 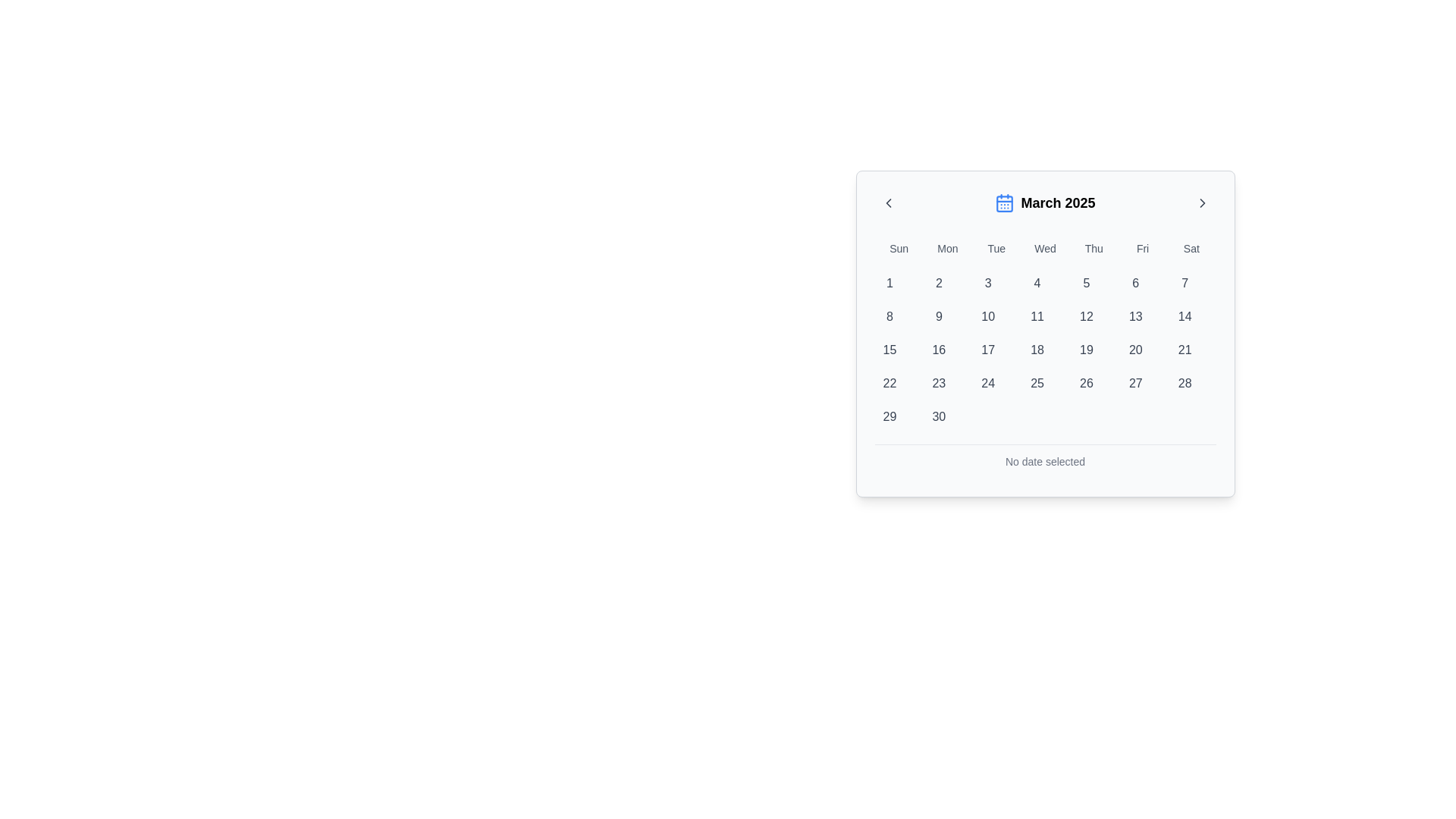 What do you see at coordinates (938, 417) in the screenshot?
I see `the button representing the date '30' in the March 2025 calendar` at bounding box center [938, 417].